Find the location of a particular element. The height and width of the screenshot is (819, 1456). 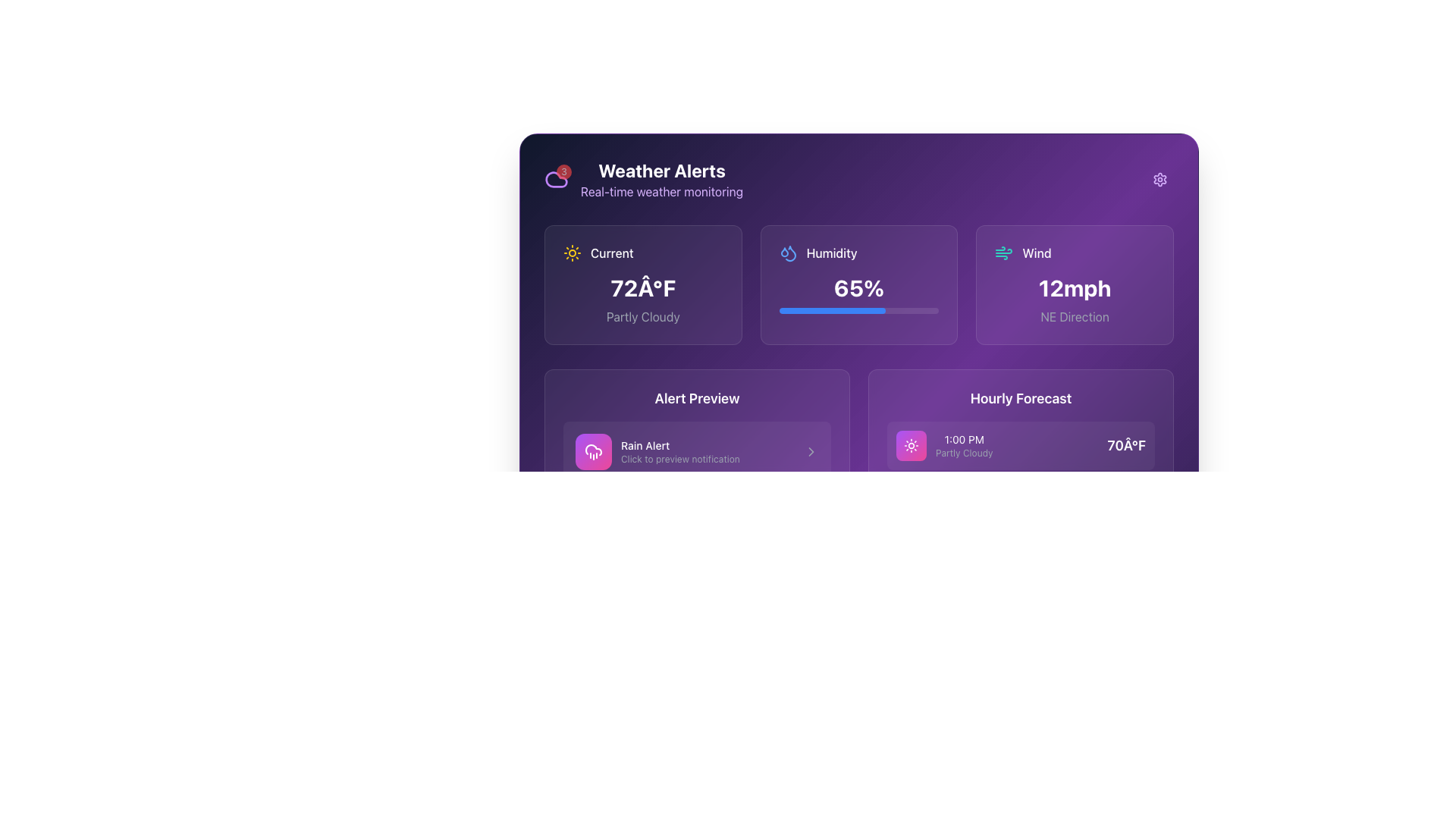

the Text label that displays the forecasted weather condition and time, located at the bottom-right of the 'Hourly Forecast' section, positioned between a sun icon and temperature information is located at coordinates (963, 444).